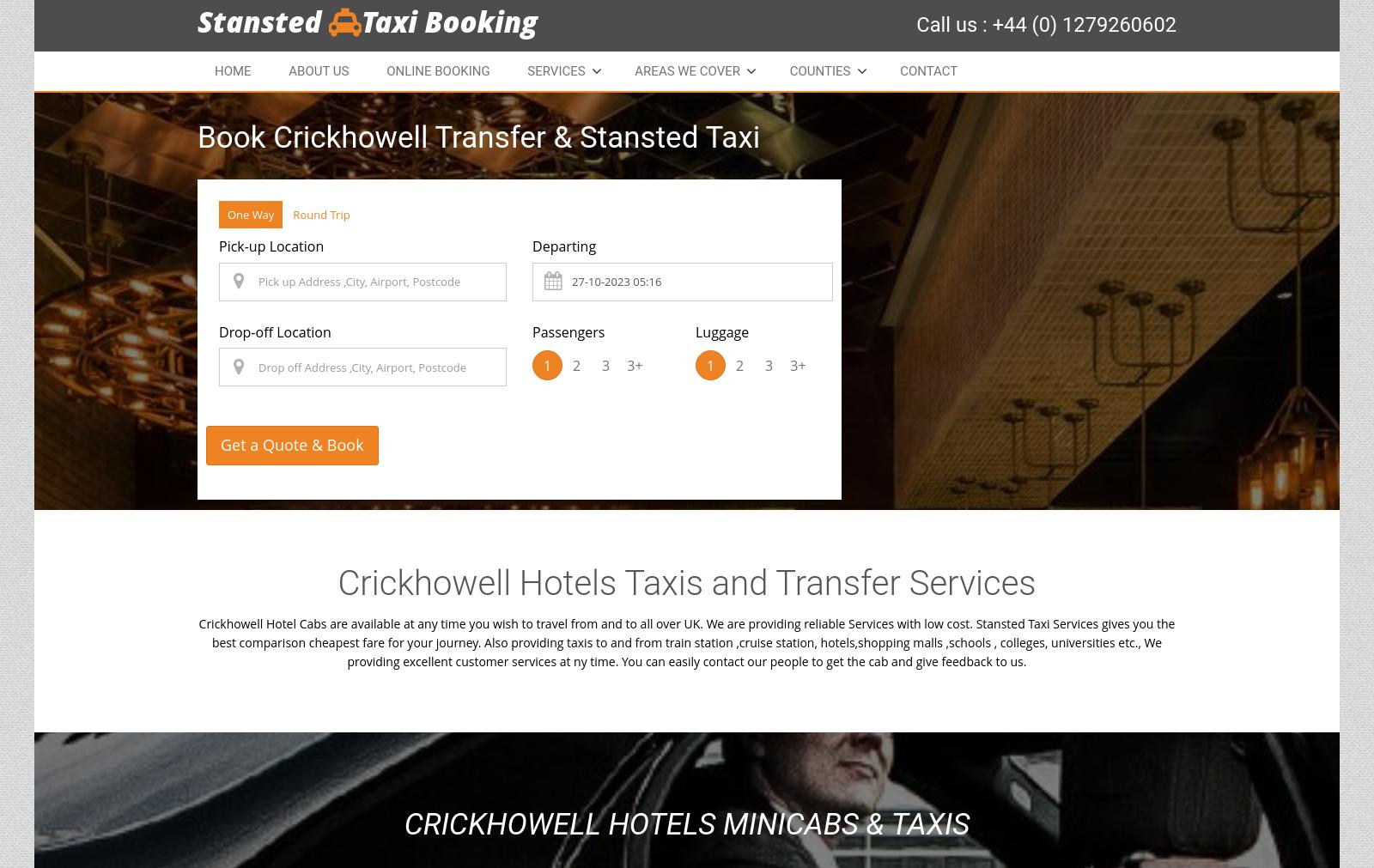  Describe the element at coordinates (292, 445) in the screenshot. I see `'Get a Quote & Book'` at that location.